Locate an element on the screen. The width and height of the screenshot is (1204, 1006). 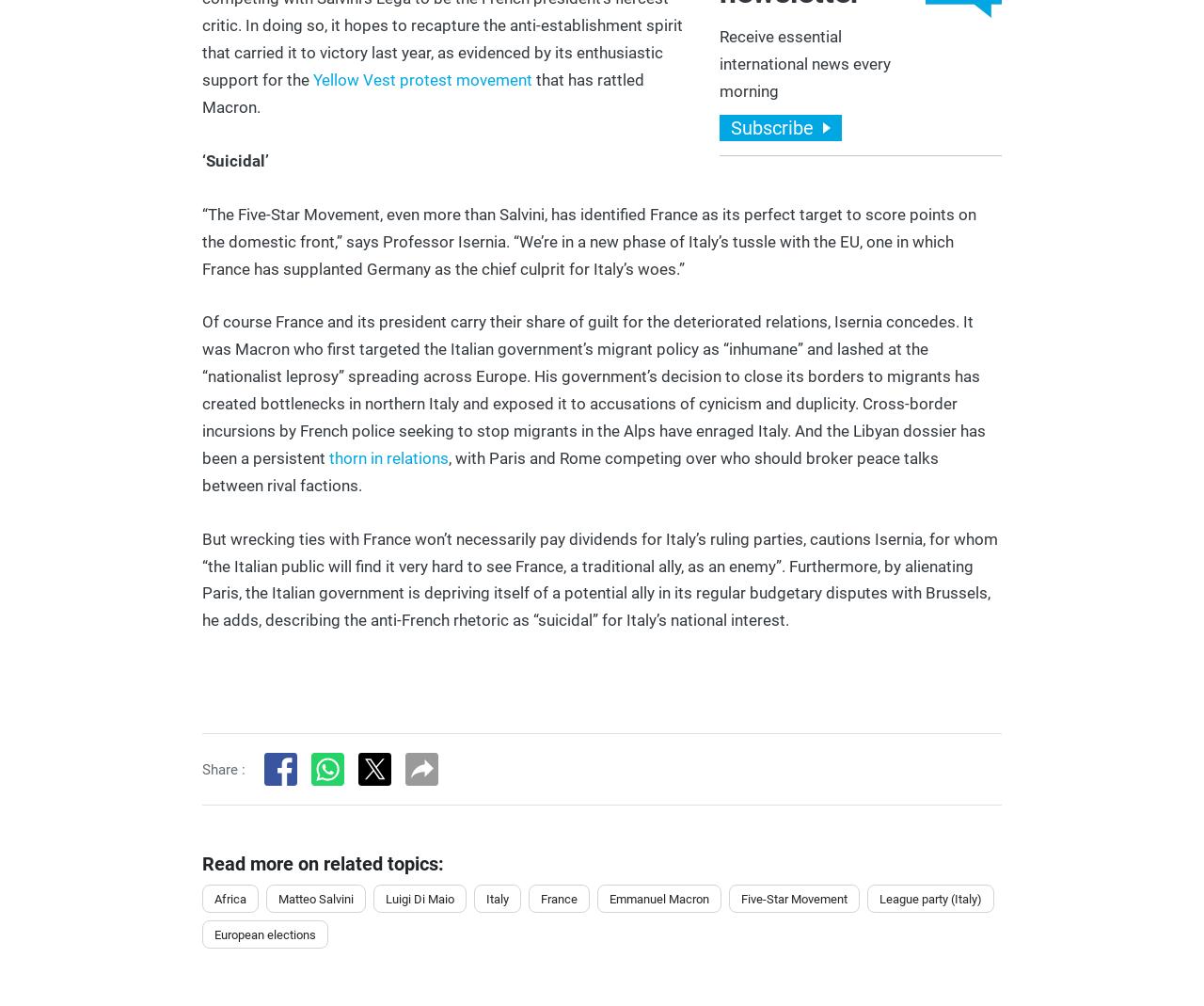
'France' is located at coordinates (558, 897).